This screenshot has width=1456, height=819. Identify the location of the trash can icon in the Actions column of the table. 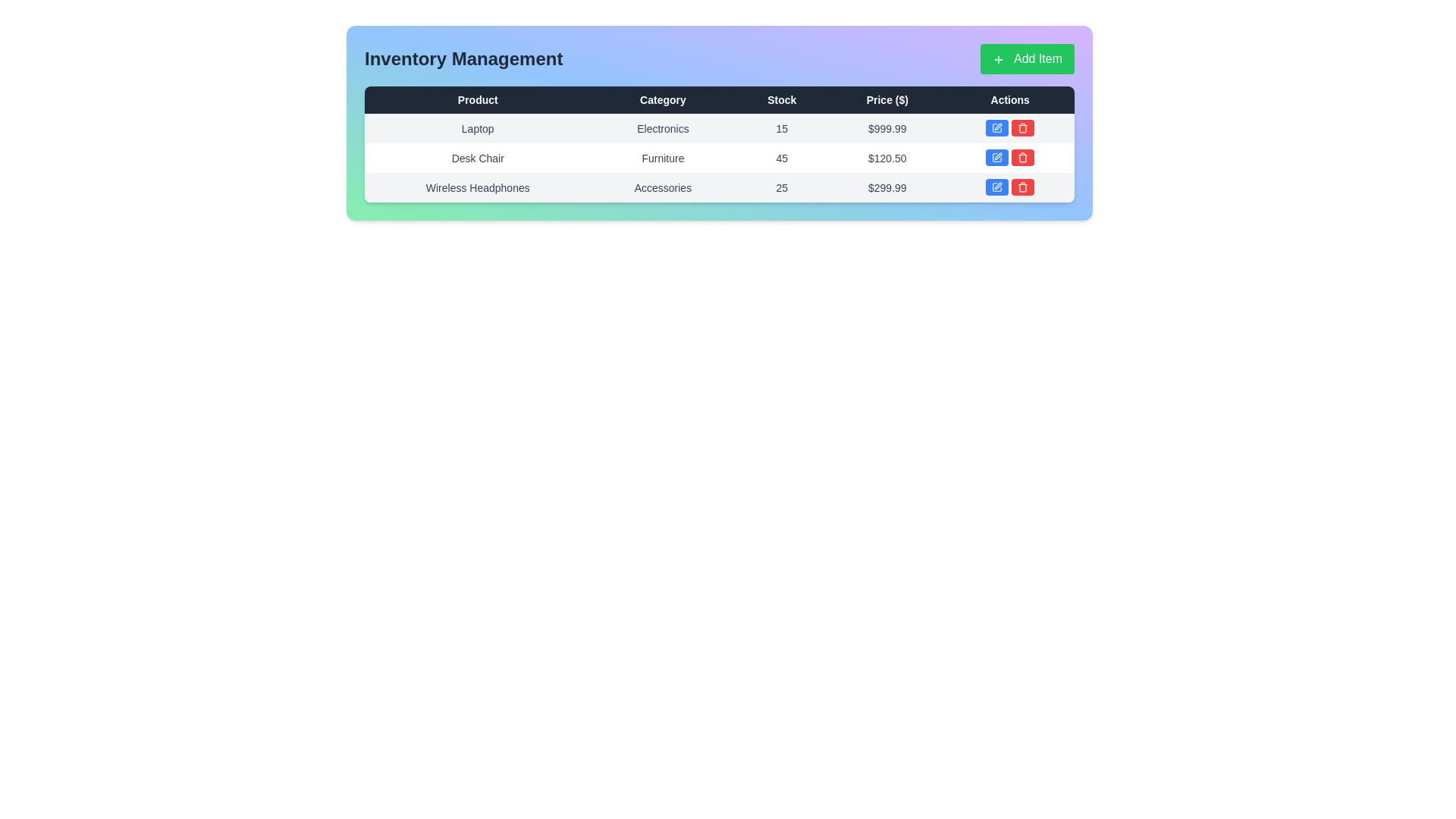
(1023, 187).